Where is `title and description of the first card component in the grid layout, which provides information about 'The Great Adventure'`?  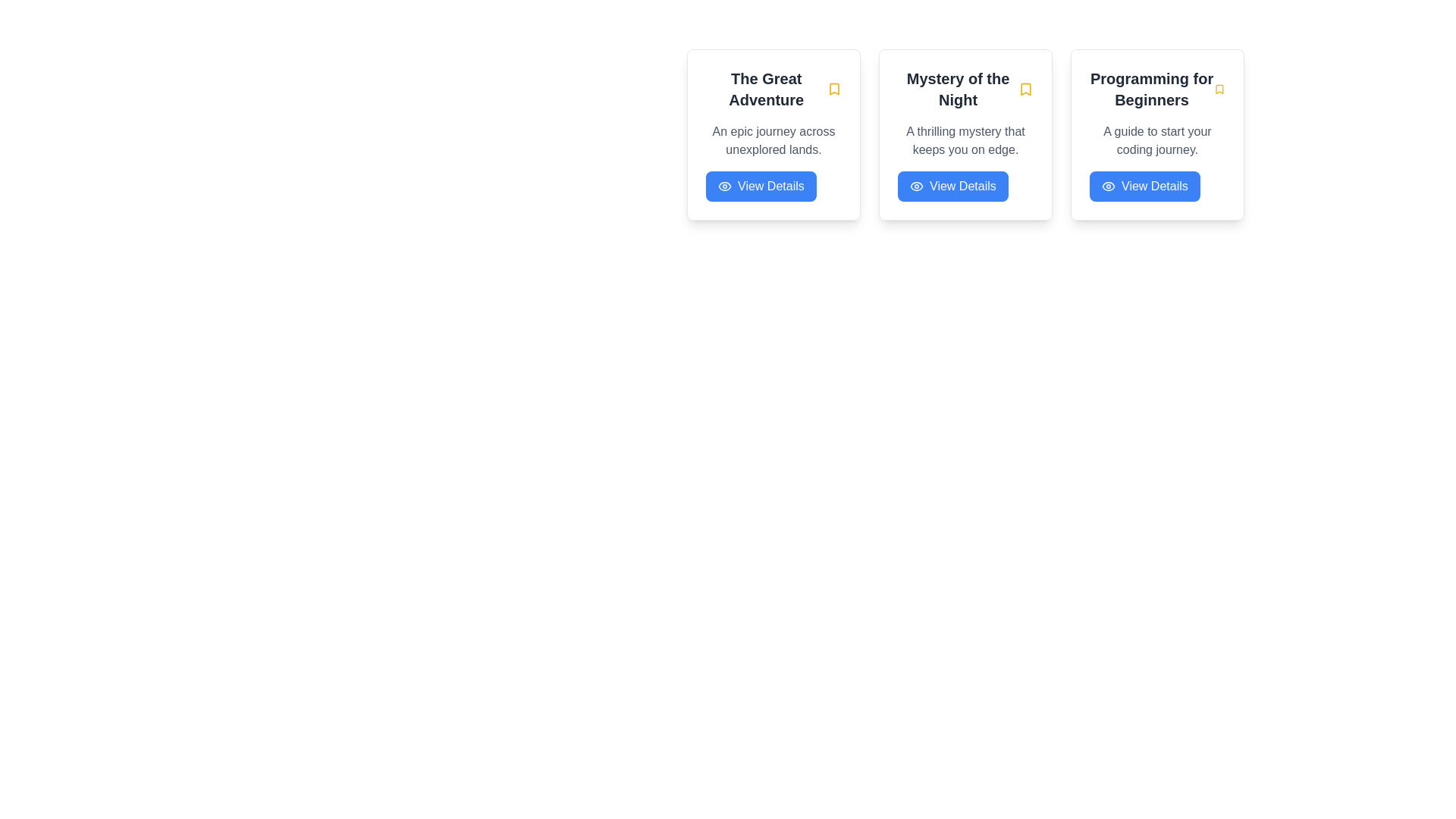 title and description of the first card component in the grid layout, which provides information about 'The Great Adventure' is located at coordinates (773, 133).